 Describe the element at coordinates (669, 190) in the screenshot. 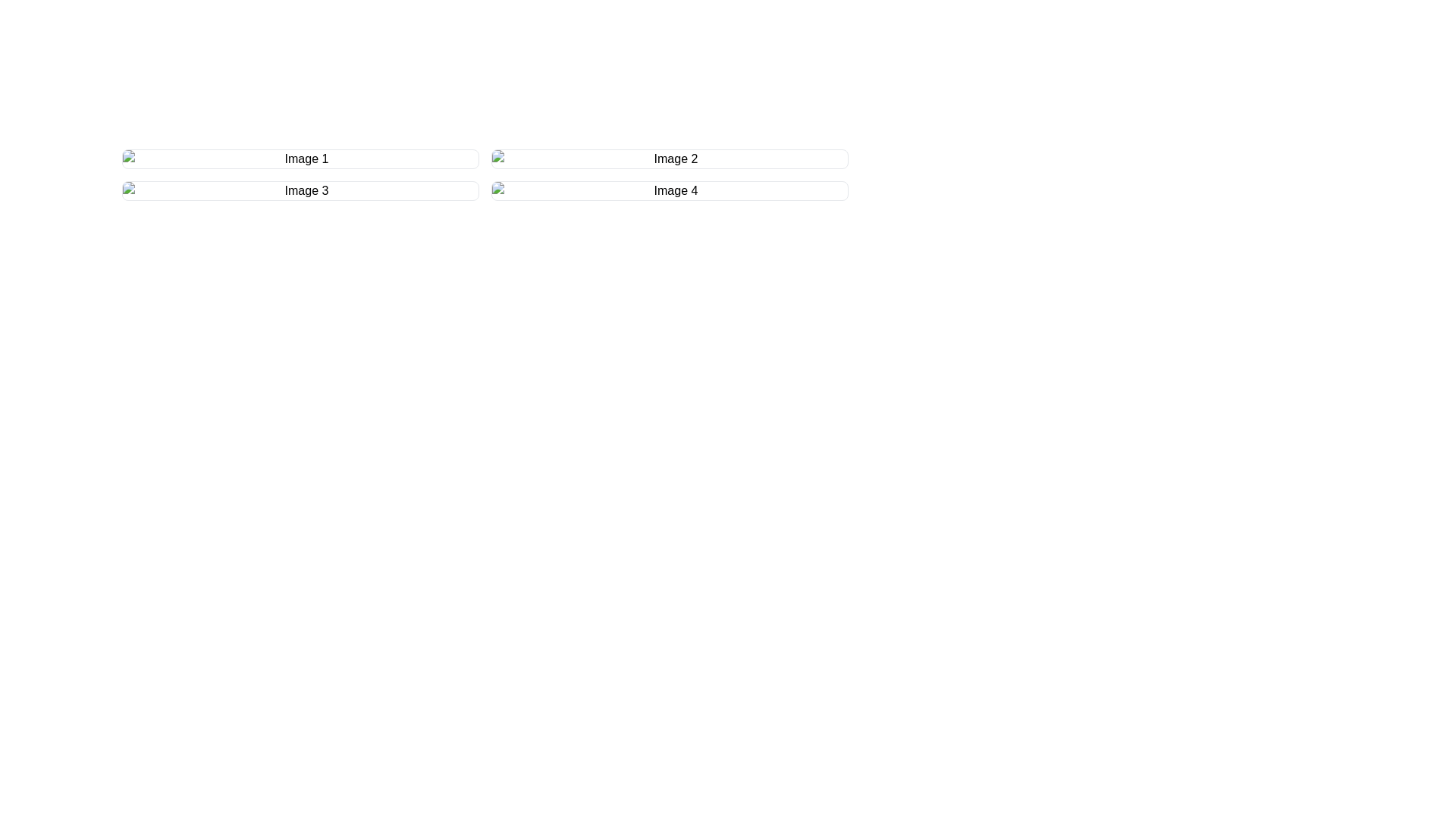

I see `the placeholder image element located below 'Image 4'` at that location.